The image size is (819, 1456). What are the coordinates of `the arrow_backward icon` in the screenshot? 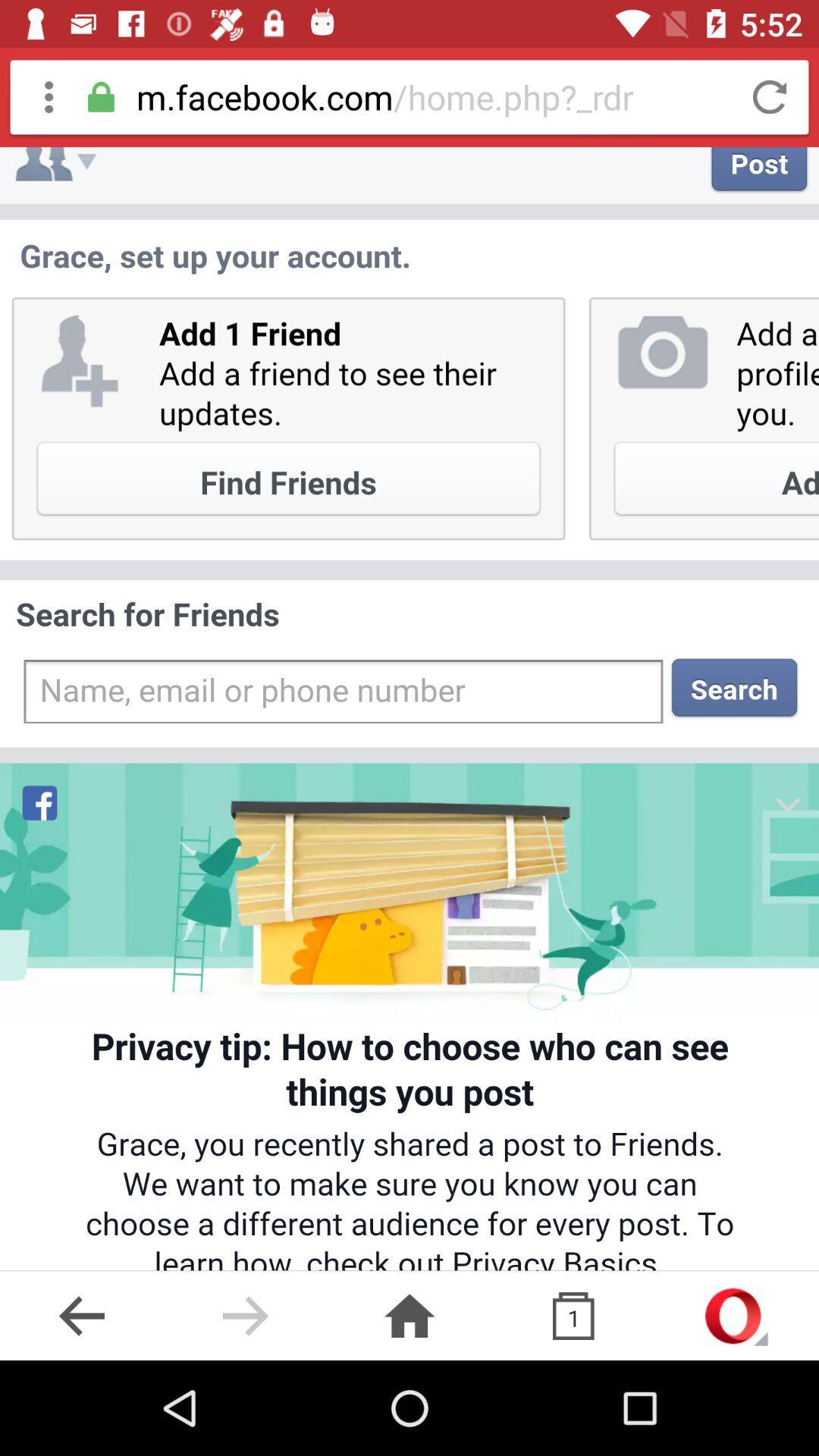 It's located at (82, 1315).